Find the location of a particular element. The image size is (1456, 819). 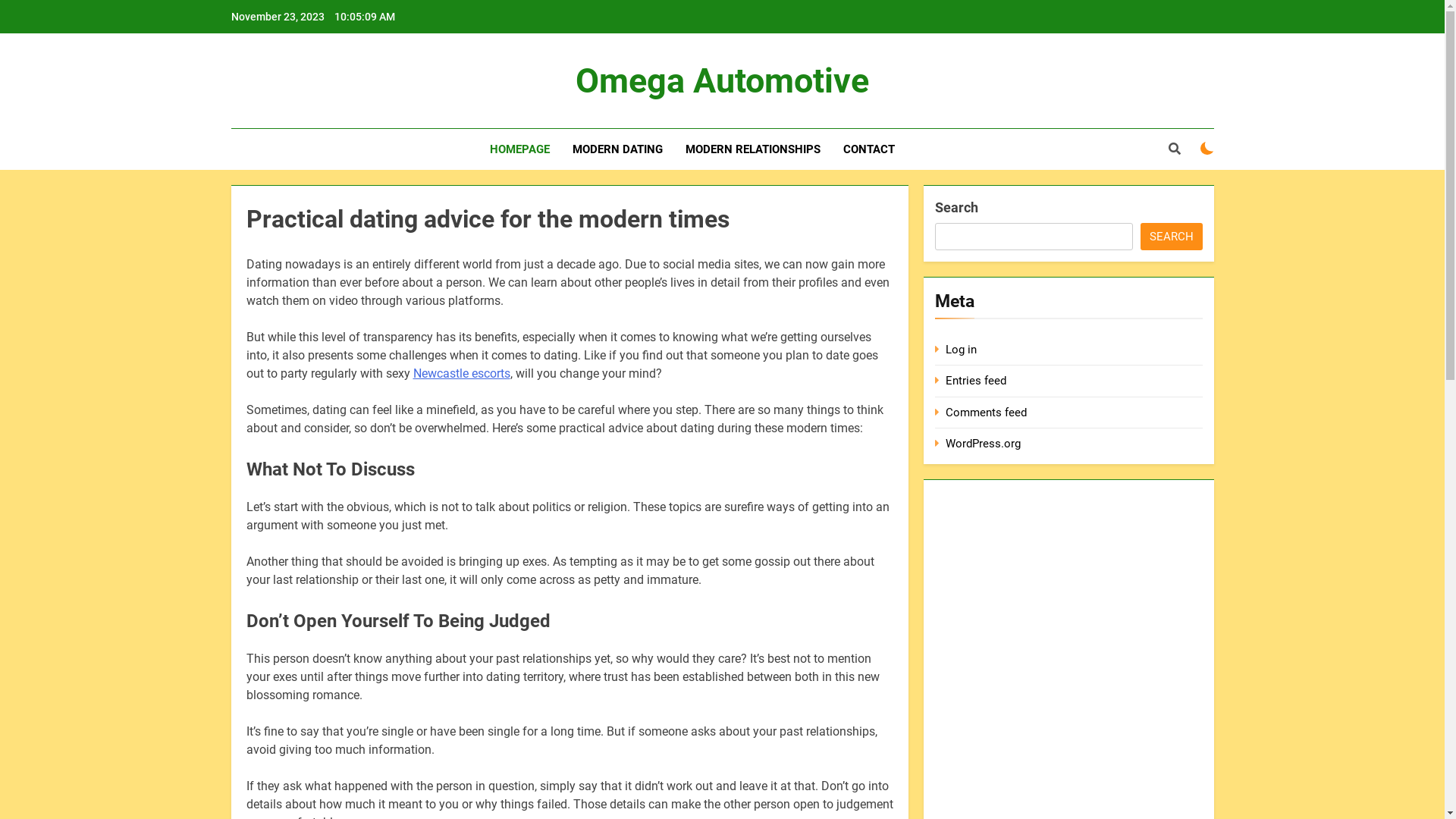

'Newcastle escorts' is located at coordinates (460, 373).